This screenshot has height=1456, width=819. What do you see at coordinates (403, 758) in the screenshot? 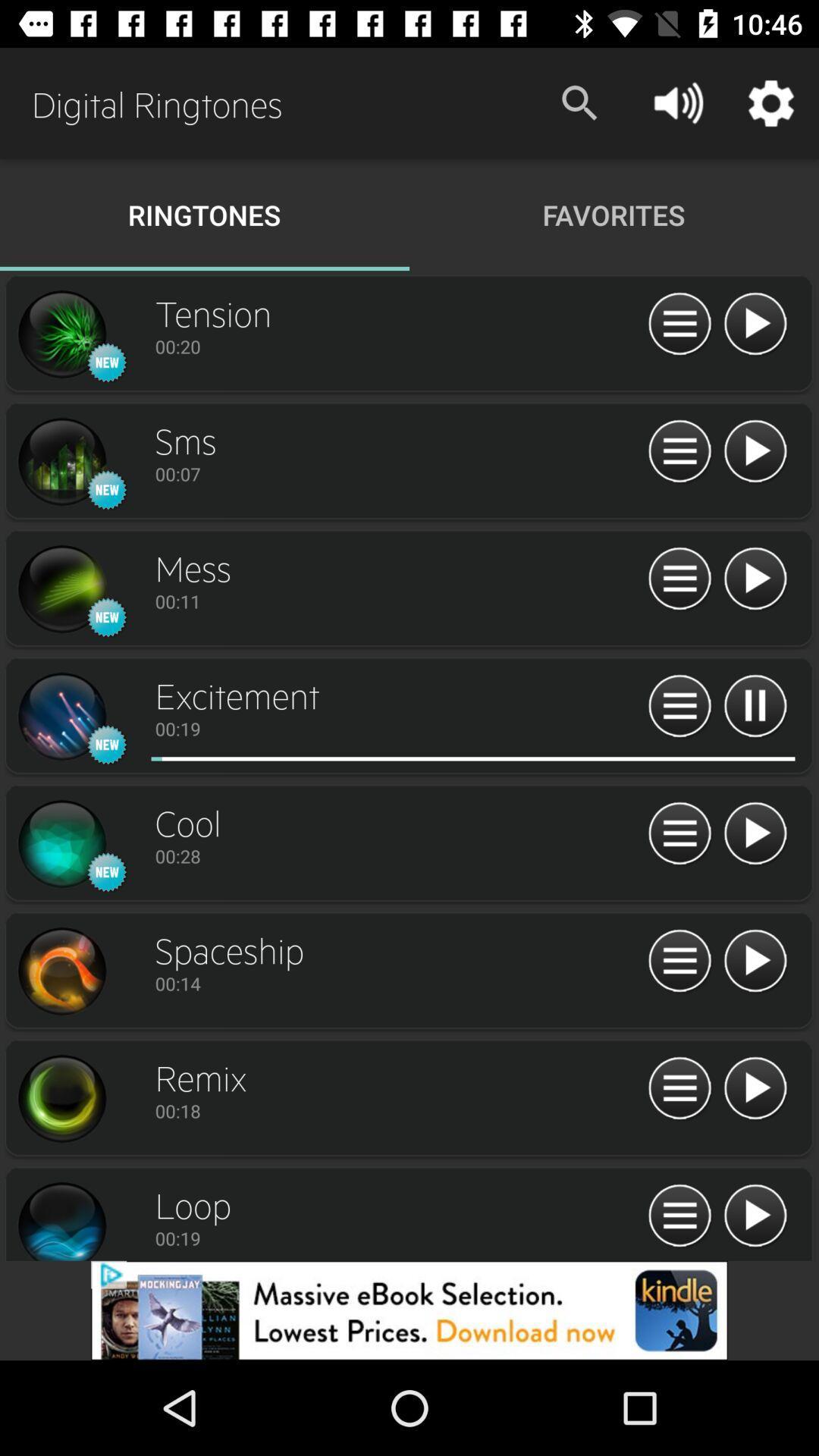
I see `excitement option` at bounding box center [403, 758].